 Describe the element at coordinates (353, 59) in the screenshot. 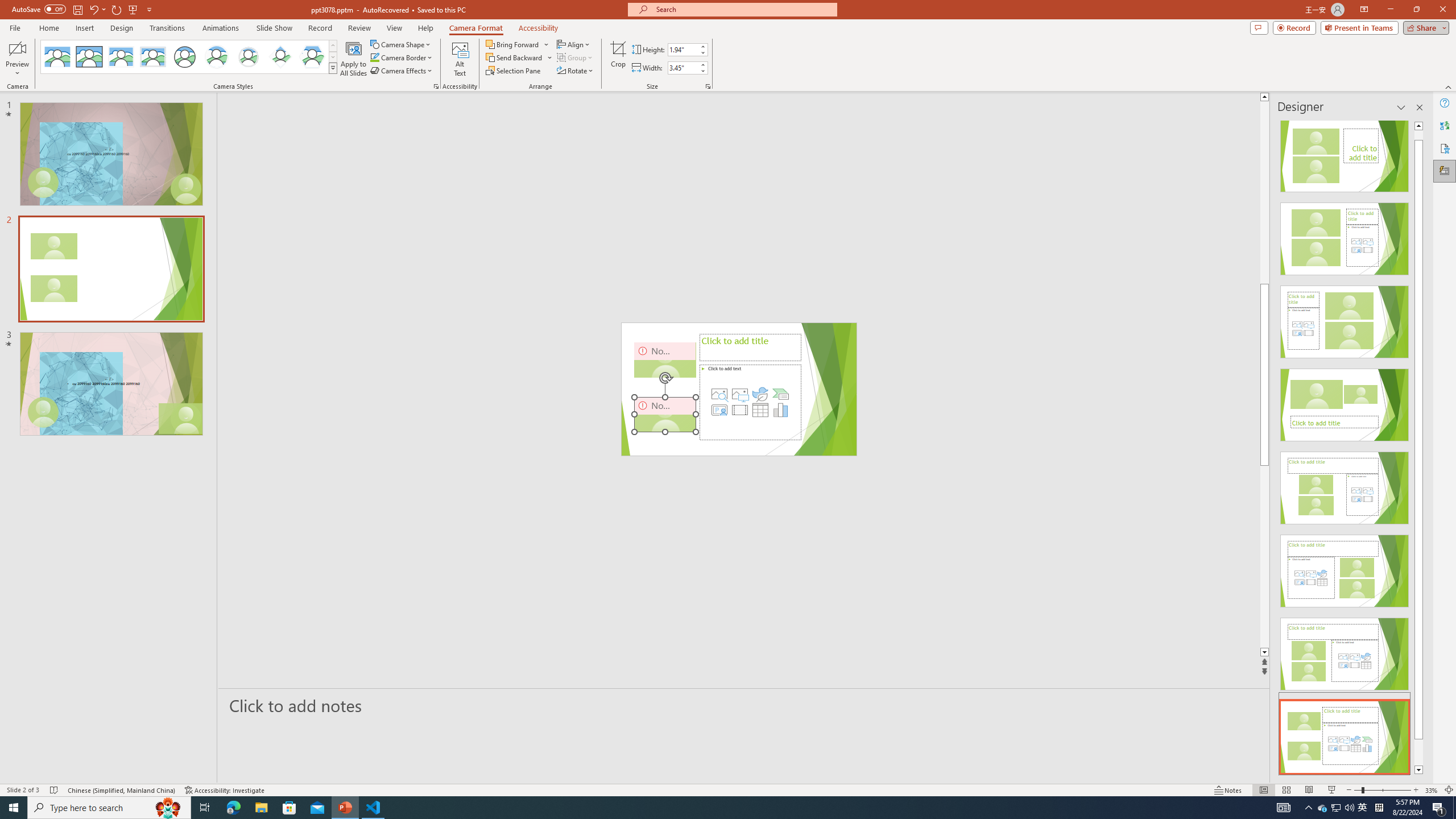

I see `'Apply to All Slides'` at that location.